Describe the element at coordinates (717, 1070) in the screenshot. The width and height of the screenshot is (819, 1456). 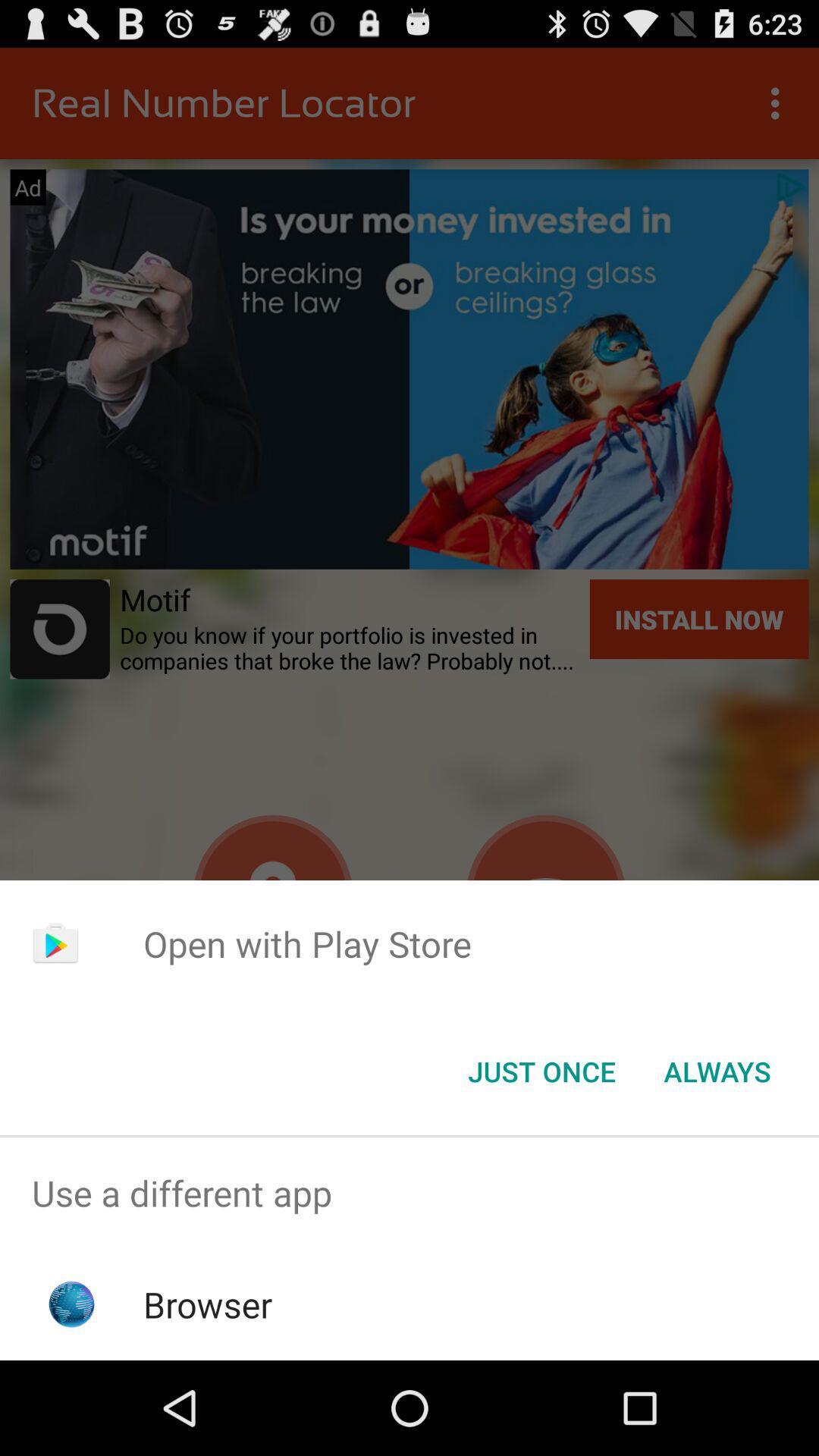
I see `item to the right of just once item` at that location.